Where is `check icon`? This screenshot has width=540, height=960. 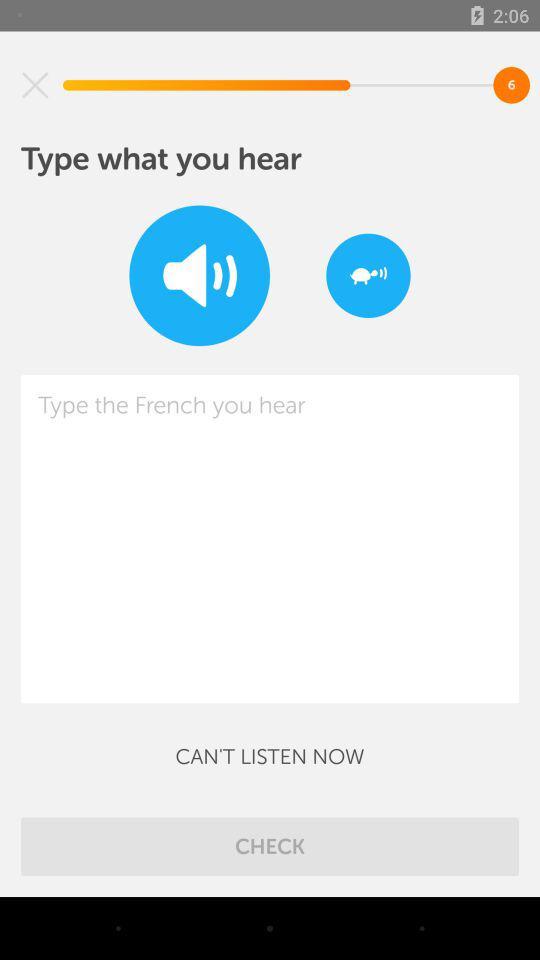
check icon is located at coordinates (270, 845).